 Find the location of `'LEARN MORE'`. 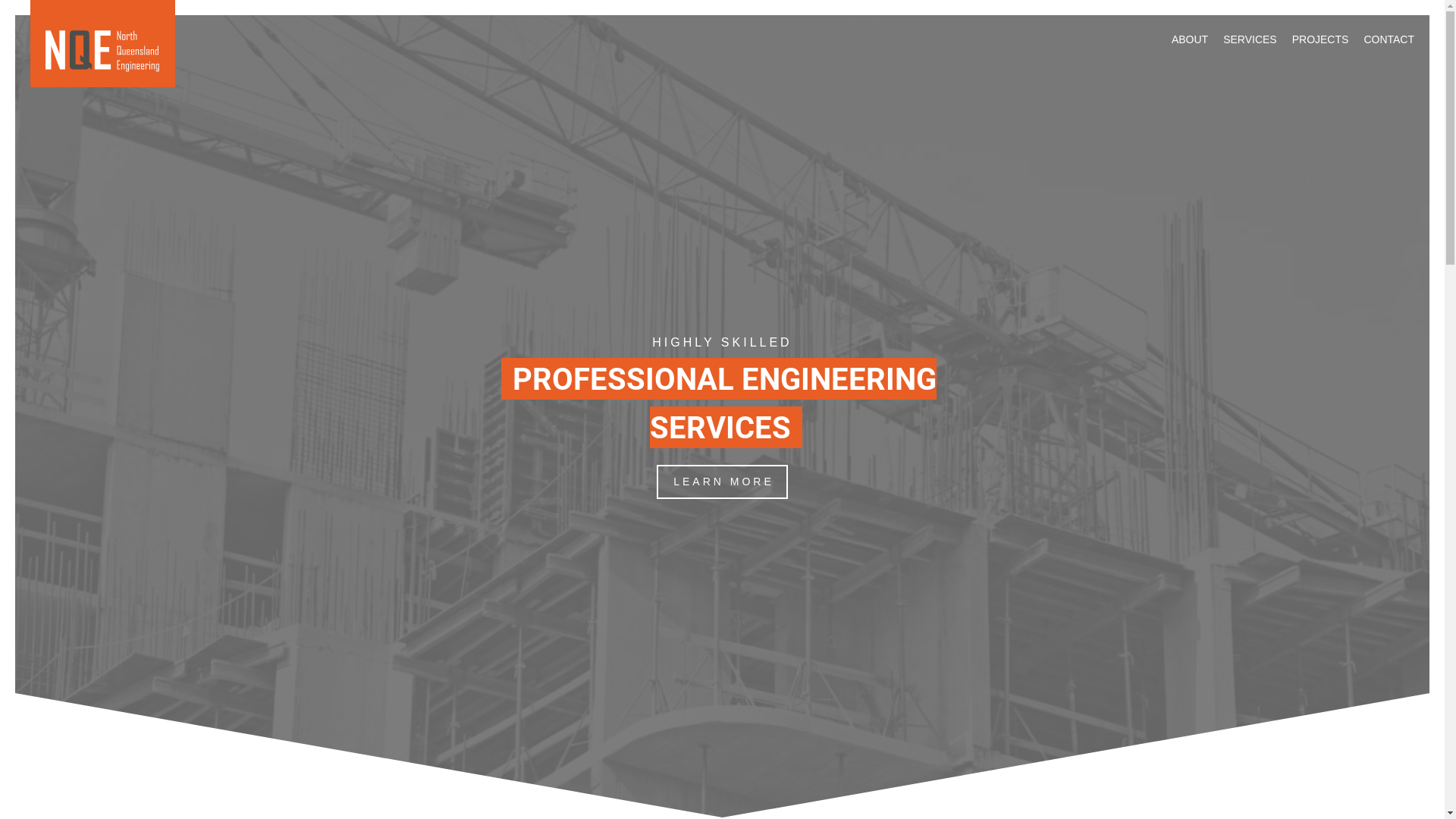

'LEARN MORE' is located at coordinates (656, 482).